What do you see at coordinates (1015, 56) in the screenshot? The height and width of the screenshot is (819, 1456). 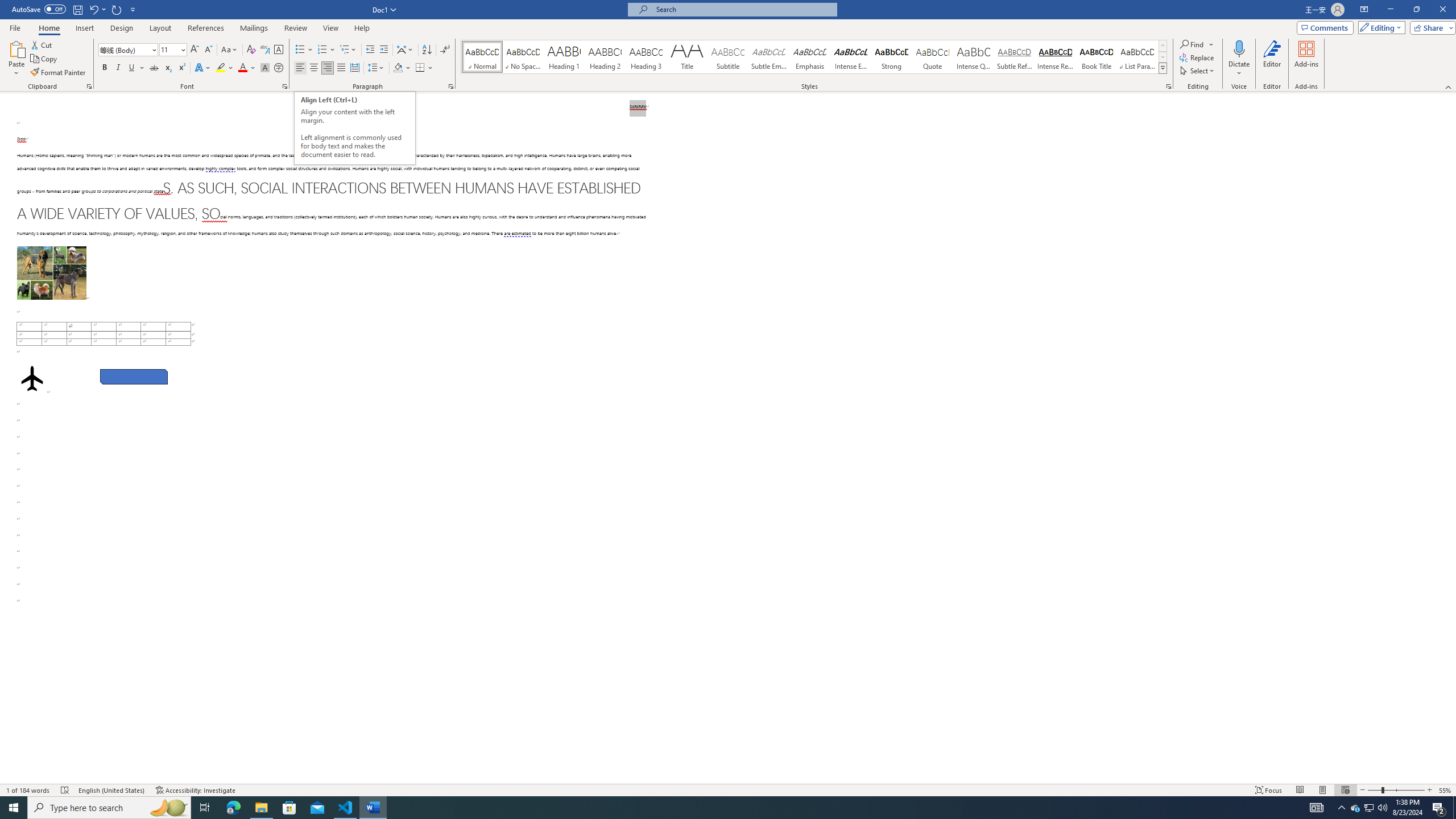 I see `'Subtle Reference'` at bounding box center [1015, 56].